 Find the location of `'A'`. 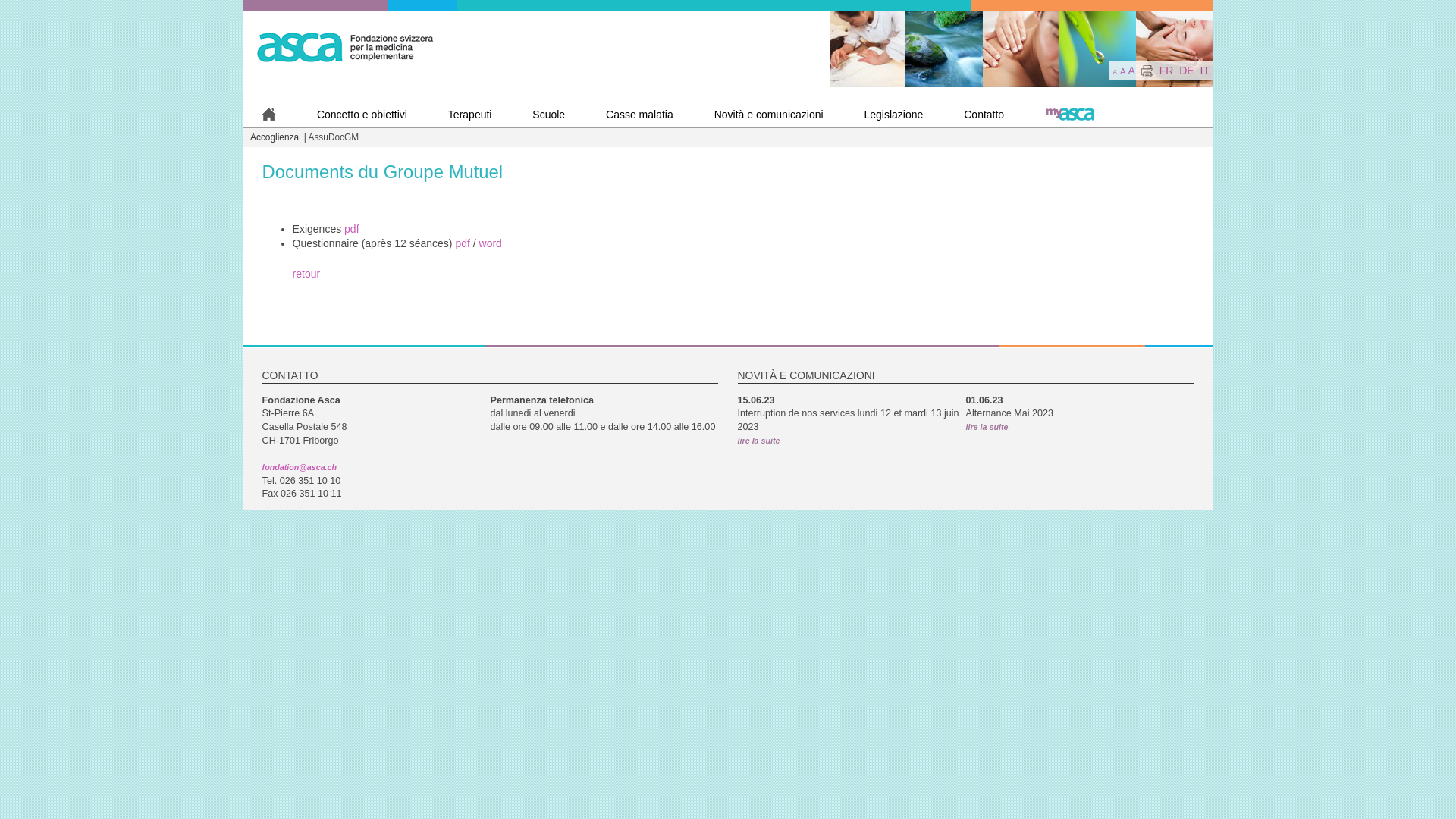

'A' is located at coordinates (1131, 70).